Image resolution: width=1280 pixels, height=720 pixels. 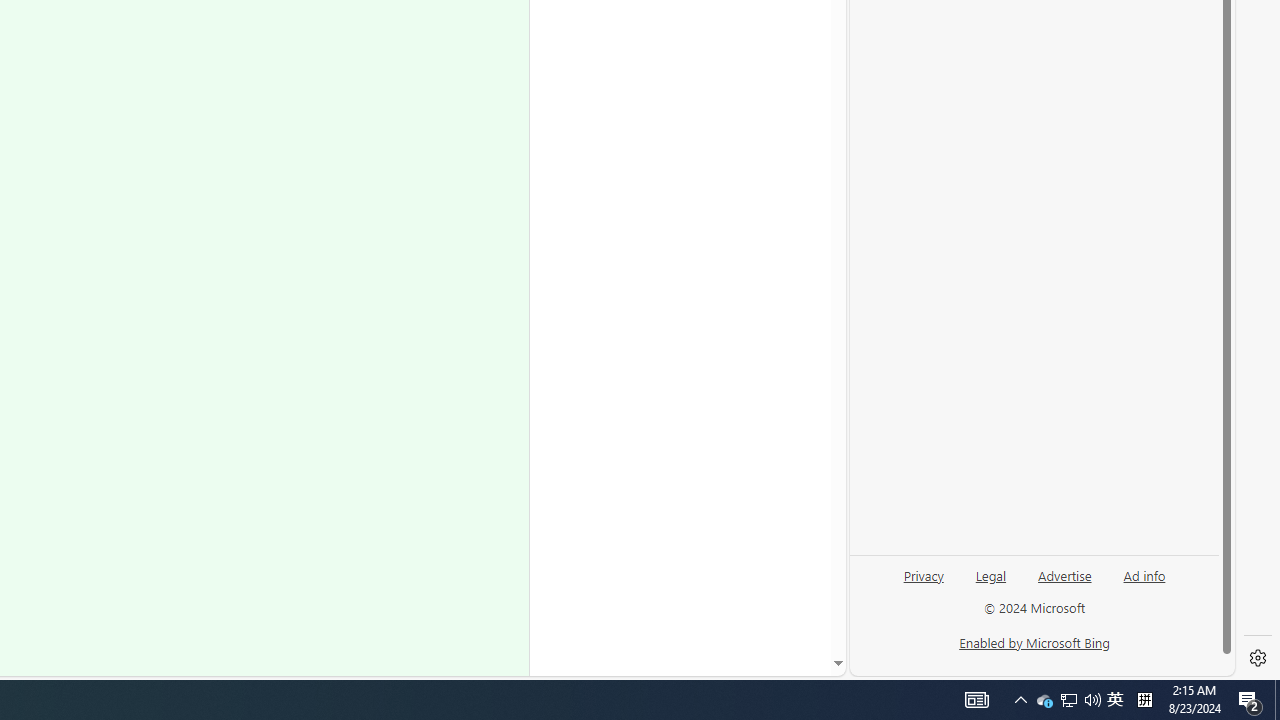 I want to click on 'Advertise', so click(x=1063, y=583).